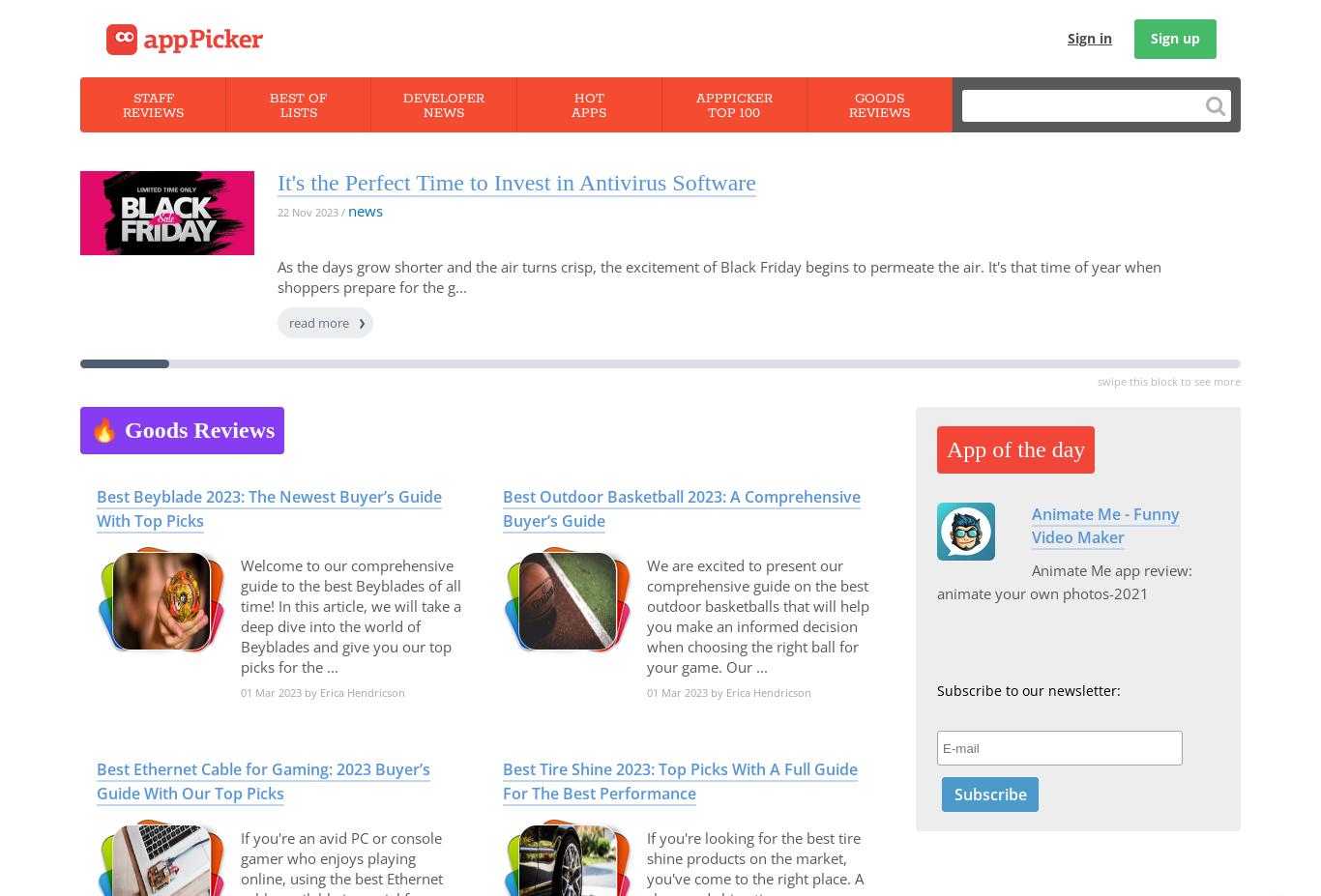 The height and width of the screenshot is (896, 1321). I want to click on 'swipe this block to see more', so click(1169, 380).